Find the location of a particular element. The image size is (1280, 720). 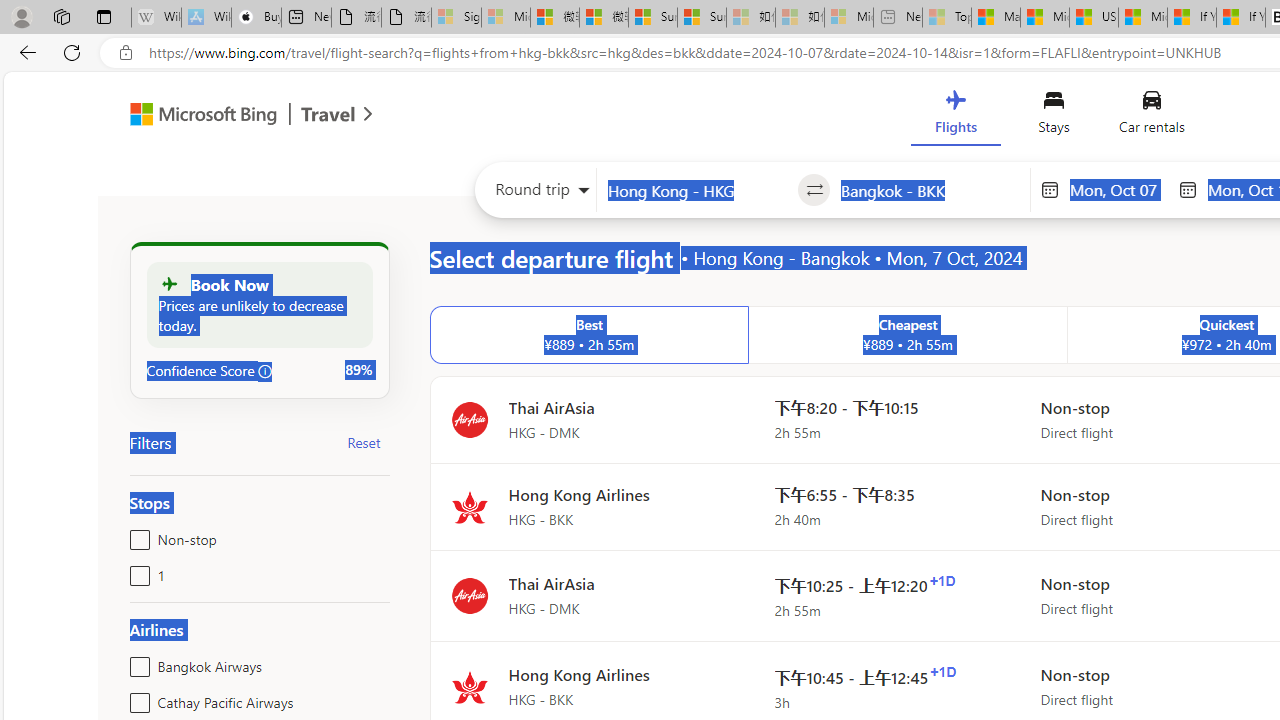

'Class: msft-bing-logo msft-bing-logo-desktop' is located at coordinates (199, 114).